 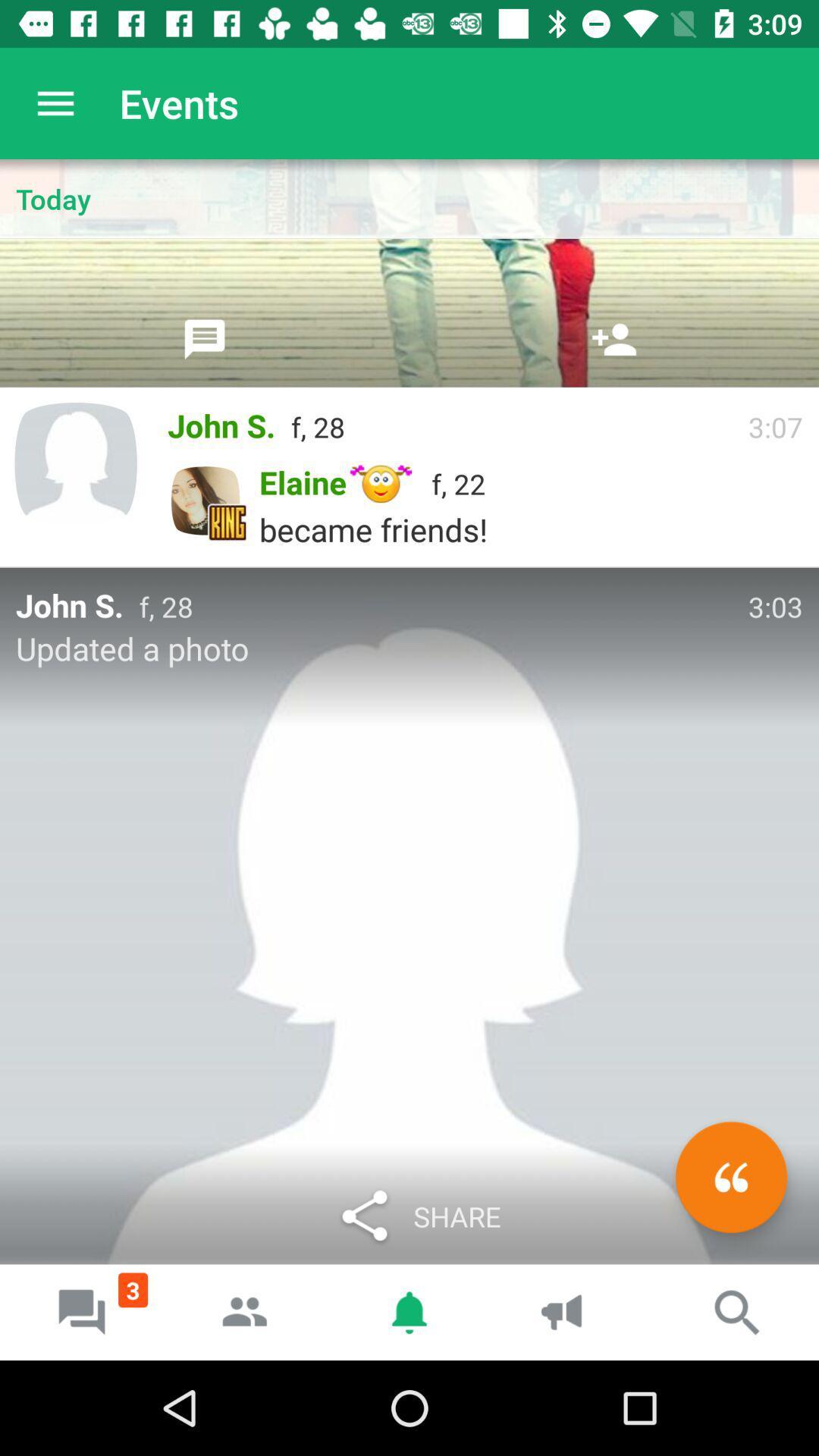 I want to click on icon next to the events app, so click(x=55, y=102).